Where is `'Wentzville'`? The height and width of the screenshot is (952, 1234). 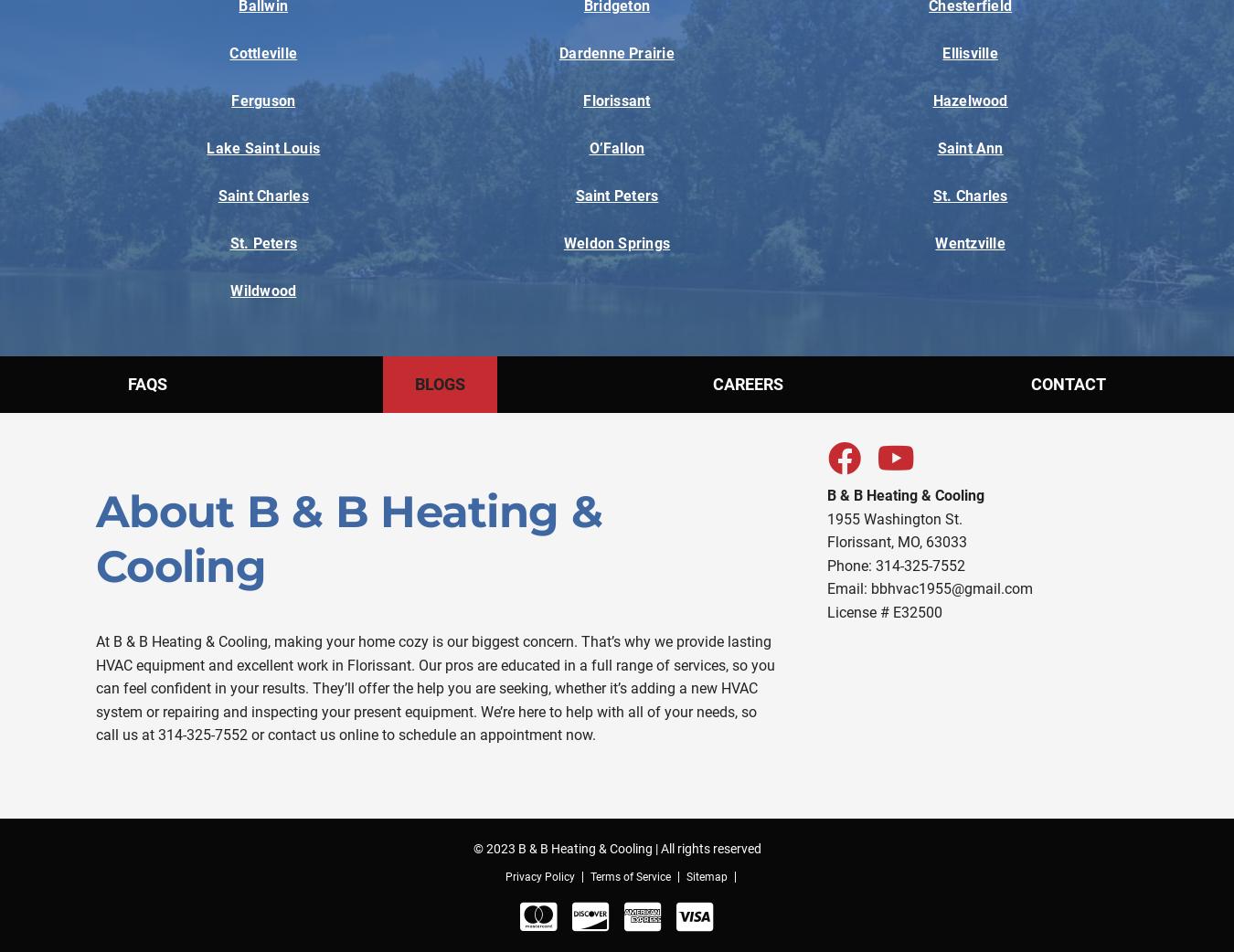
'Wentzville' is located at coordinates (969, 243).